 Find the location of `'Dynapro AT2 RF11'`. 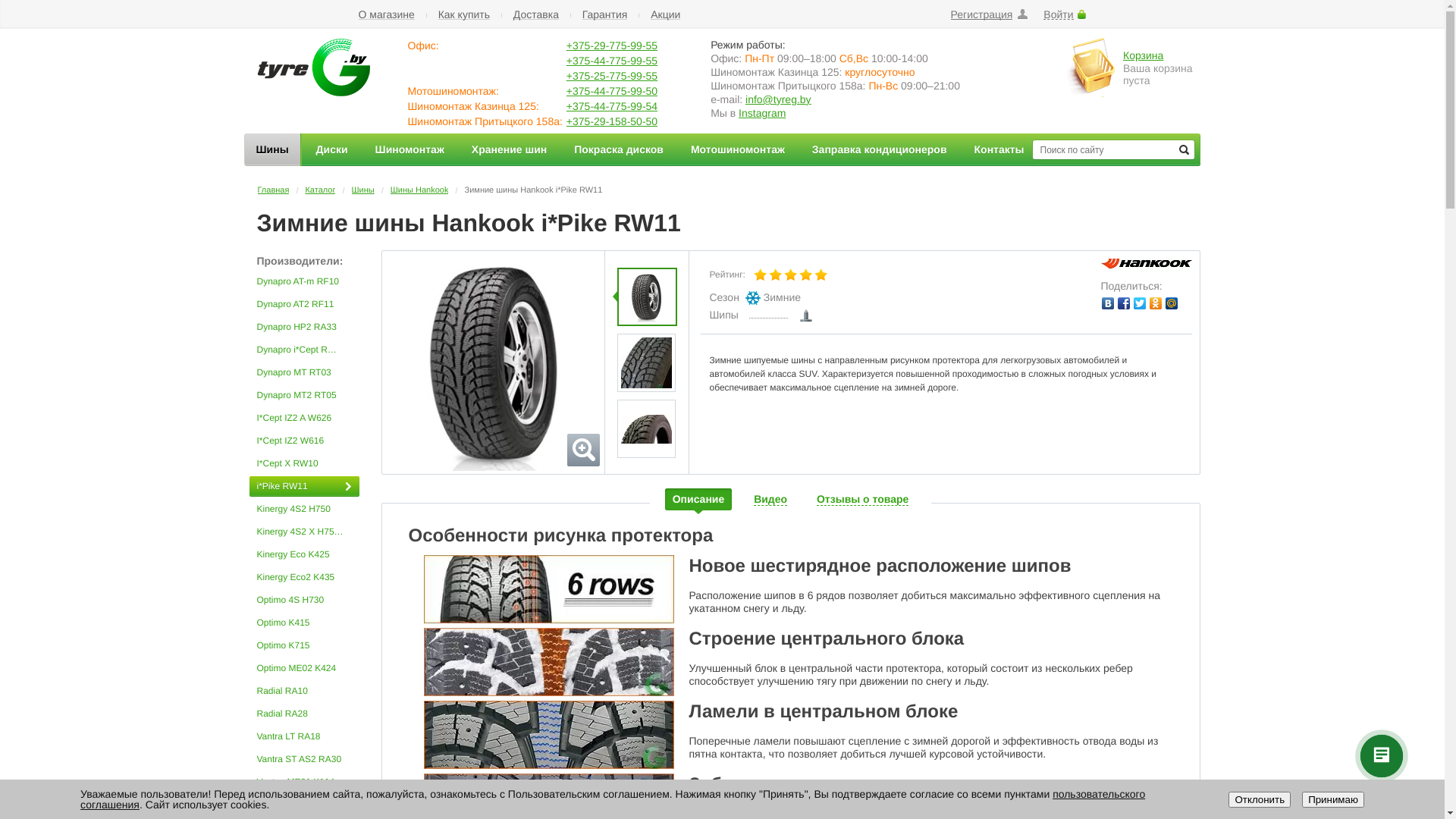

'Dynapro AT2 RF11' is located at coordinates (303, 304).